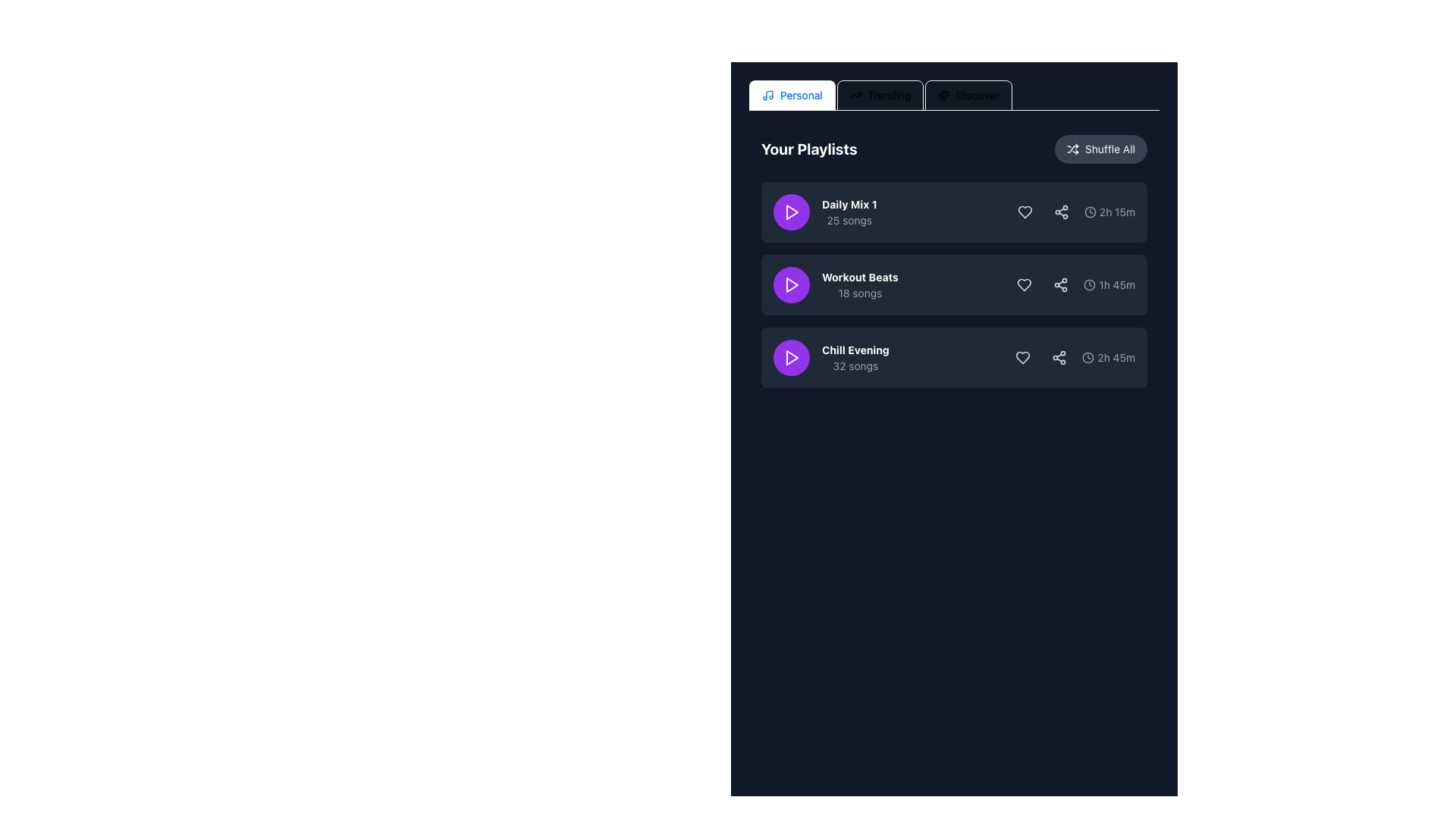 Image resolution: width=1456 pixels, height=819 pixels. What do you see at coordinates (1025, 284) in the screenshot?
I see `the 'like' icon adjacent to the duration text '1h 45m' for the playlist item labeled 'Workout Beats' to like or unlike the playlist` at bounding box center [1025, 284].